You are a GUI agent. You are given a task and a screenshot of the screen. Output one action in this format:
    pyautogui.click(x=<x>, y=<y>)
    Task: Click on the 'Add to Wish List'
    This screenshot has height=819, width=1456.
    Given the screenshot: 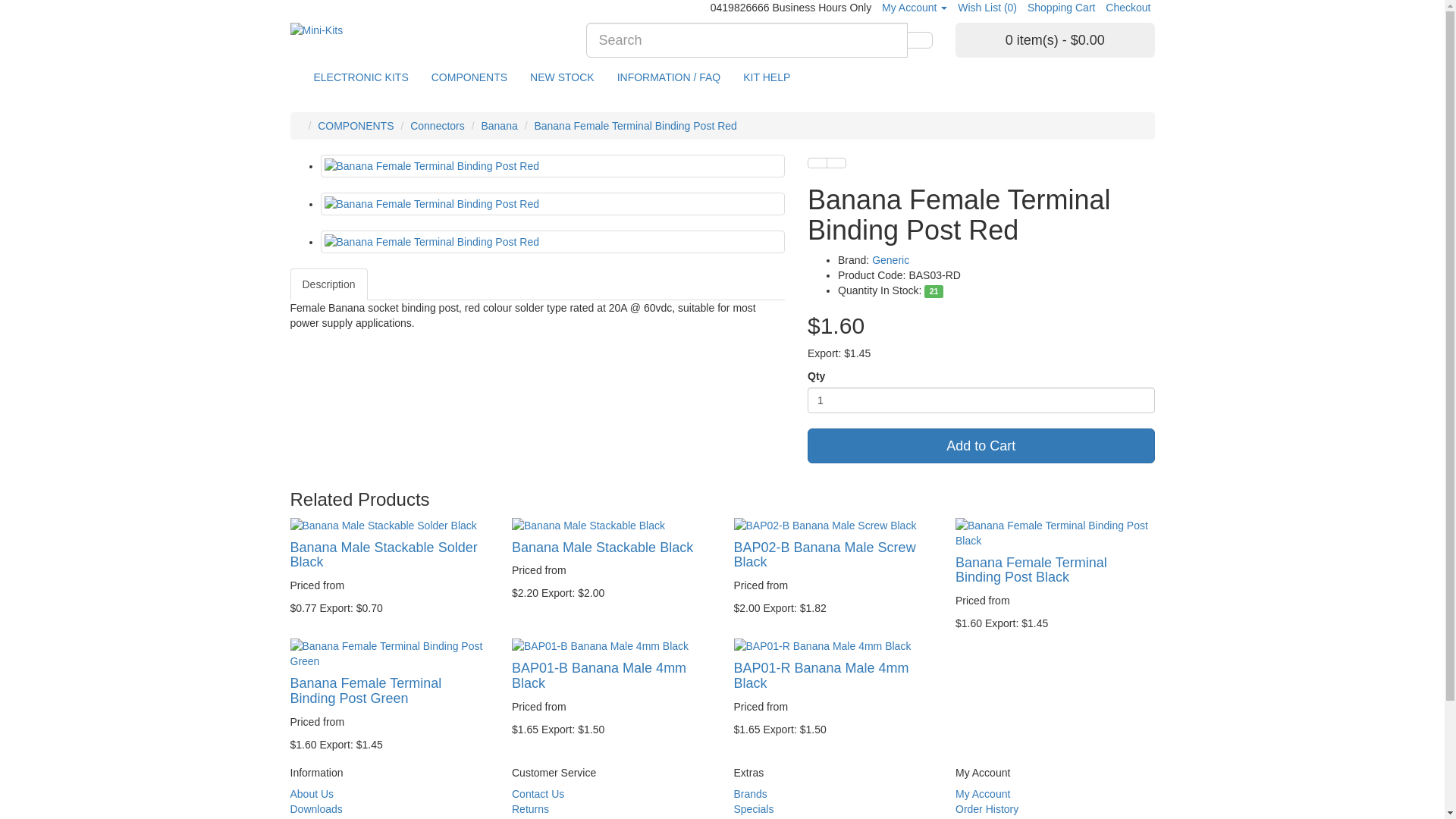 What is the action you would take?
    pyautogui.click(x=817, y=163)
    